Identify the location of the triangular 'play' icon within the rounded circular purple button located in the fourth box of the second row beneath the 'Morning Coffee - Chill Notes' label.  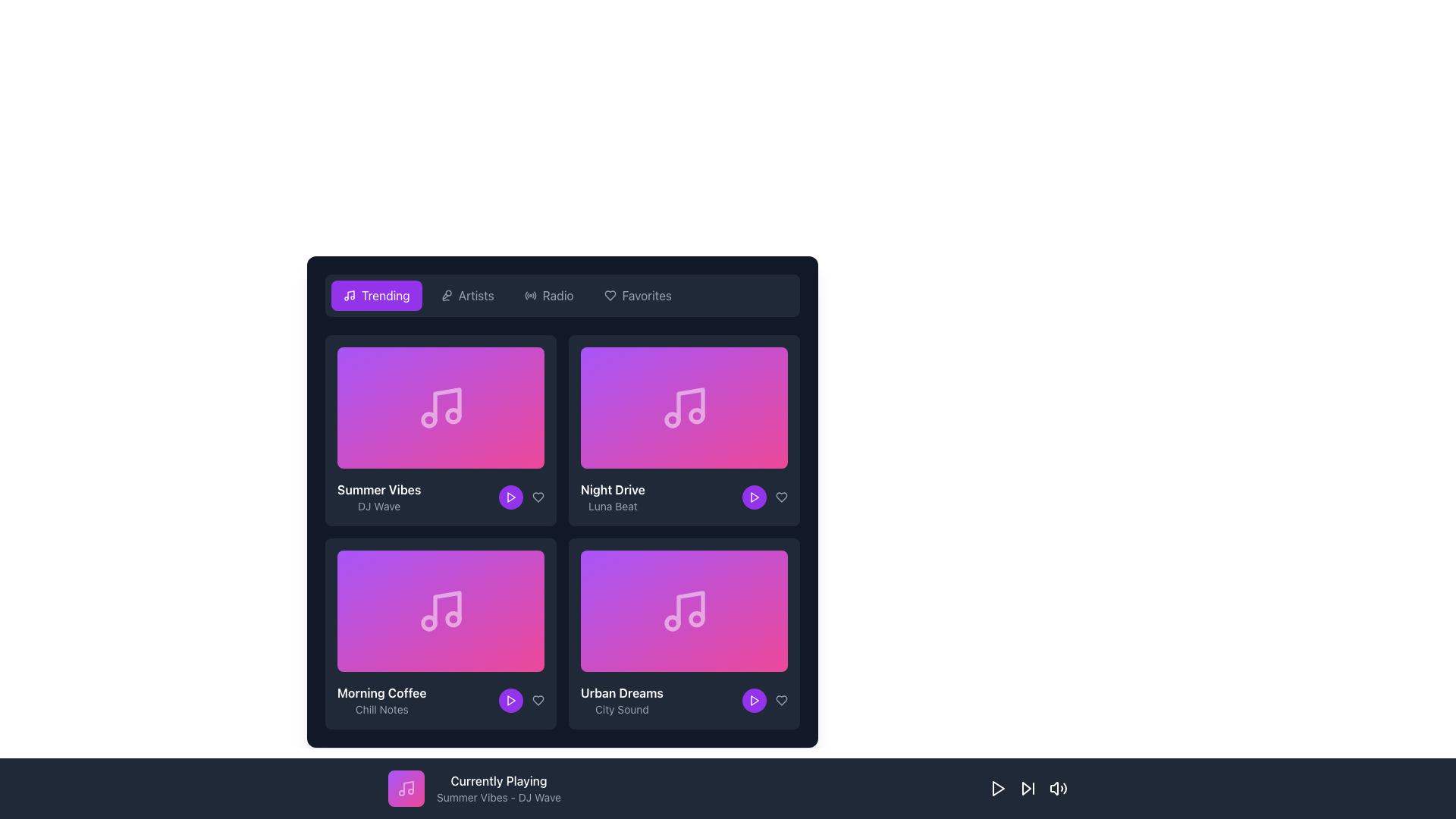
(510, 701).